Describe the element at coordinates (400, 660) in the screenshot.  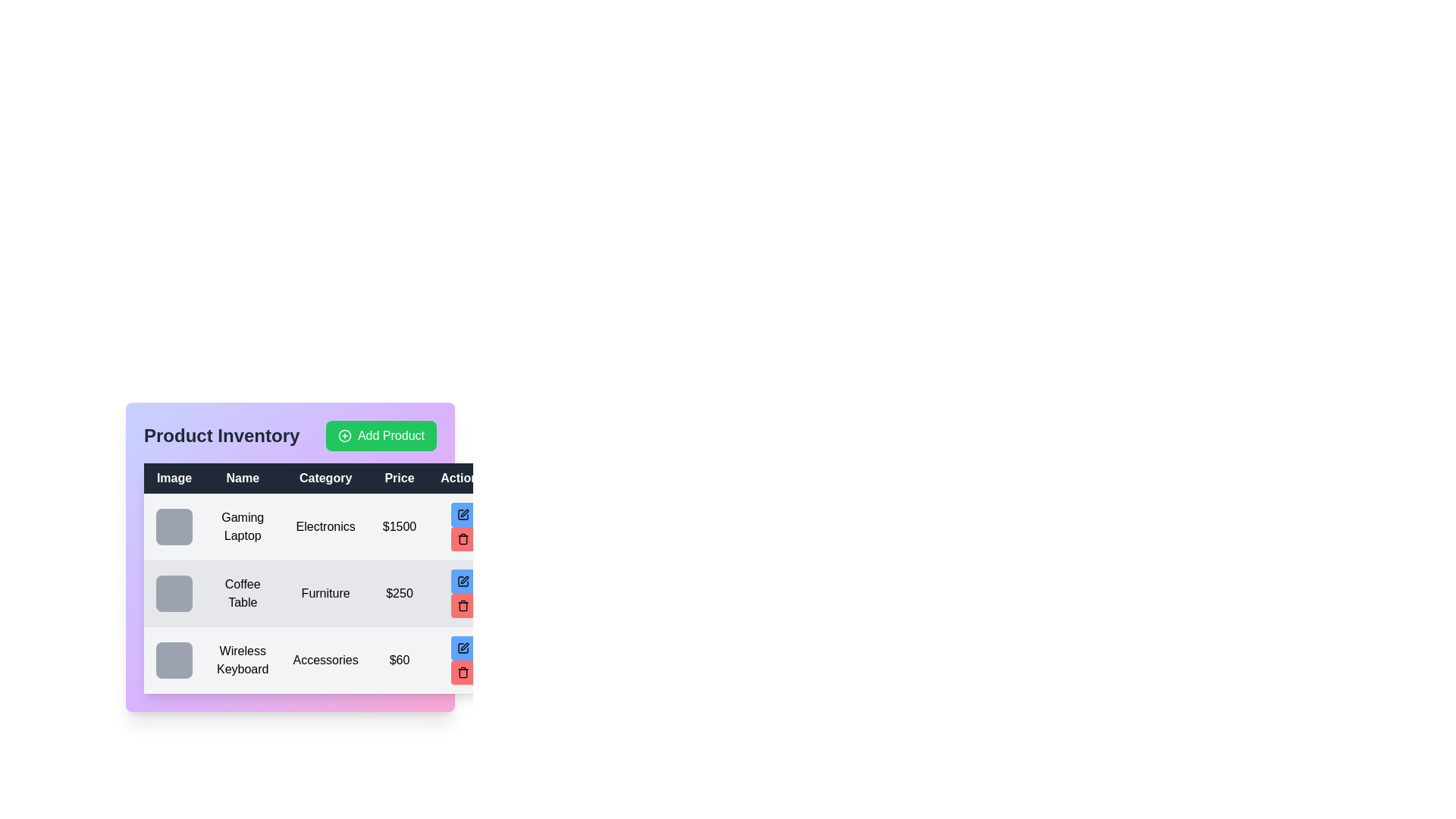
I see `the price text label representing the price of the 'Wireless Keyboard' product in the accessories category, located in the third row under the 'Price' column` at that location.